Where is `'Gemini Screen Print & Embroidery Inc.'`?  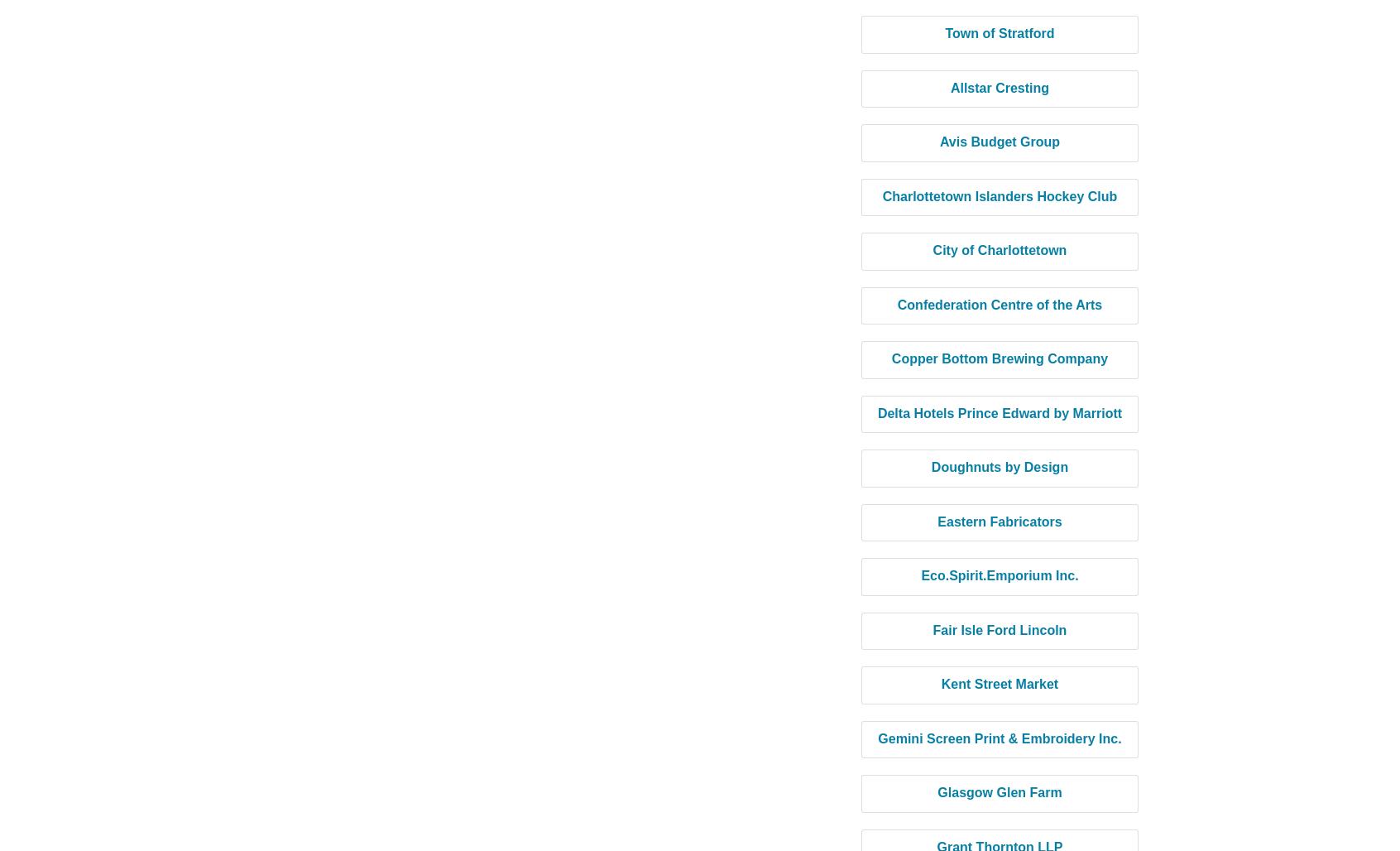
'Gemini Screen Print & Embroidery Inc.' is located at coordinates (999, 737).